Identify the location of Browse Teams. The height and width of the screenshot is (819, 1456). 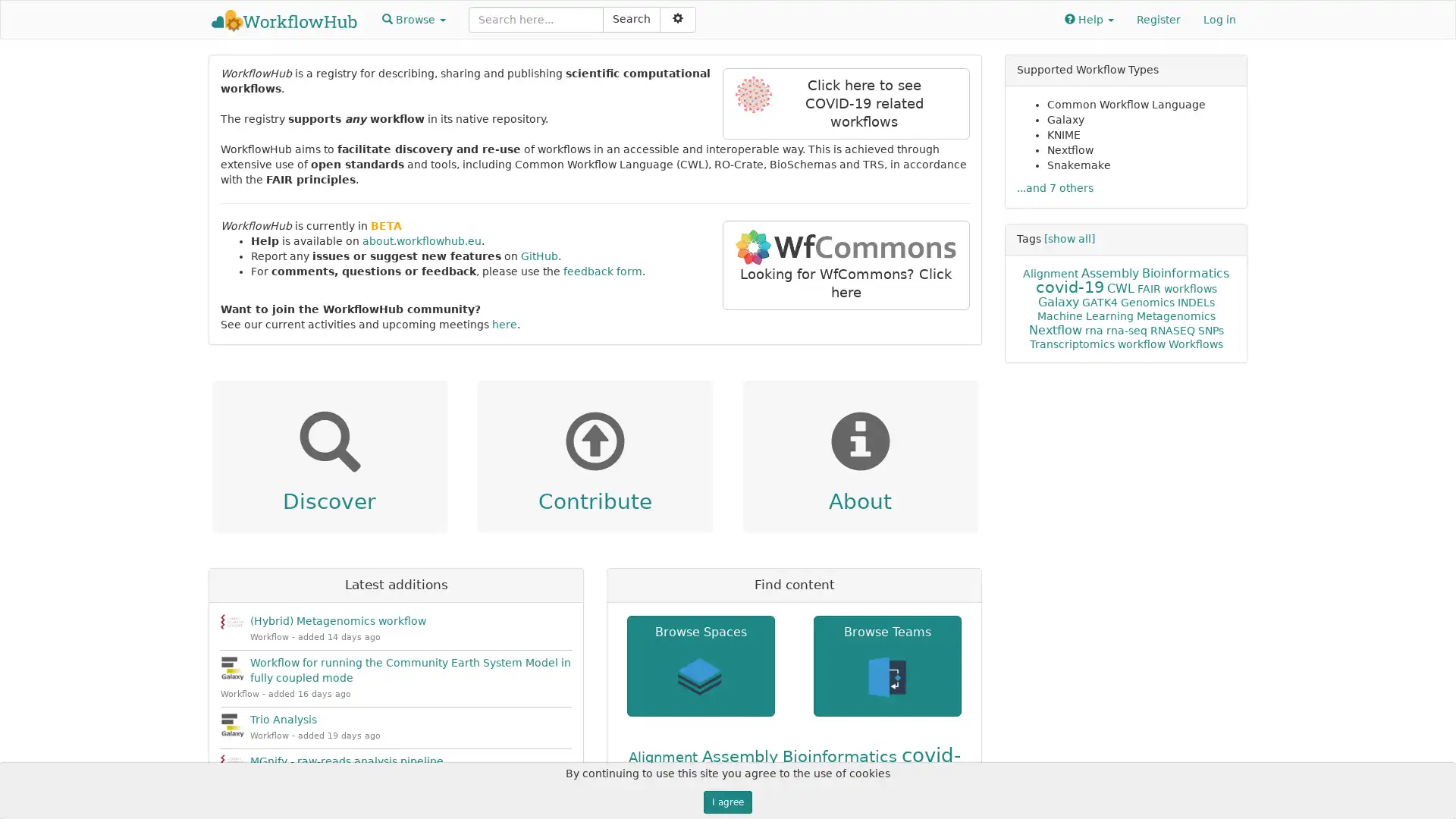
(887, 665).